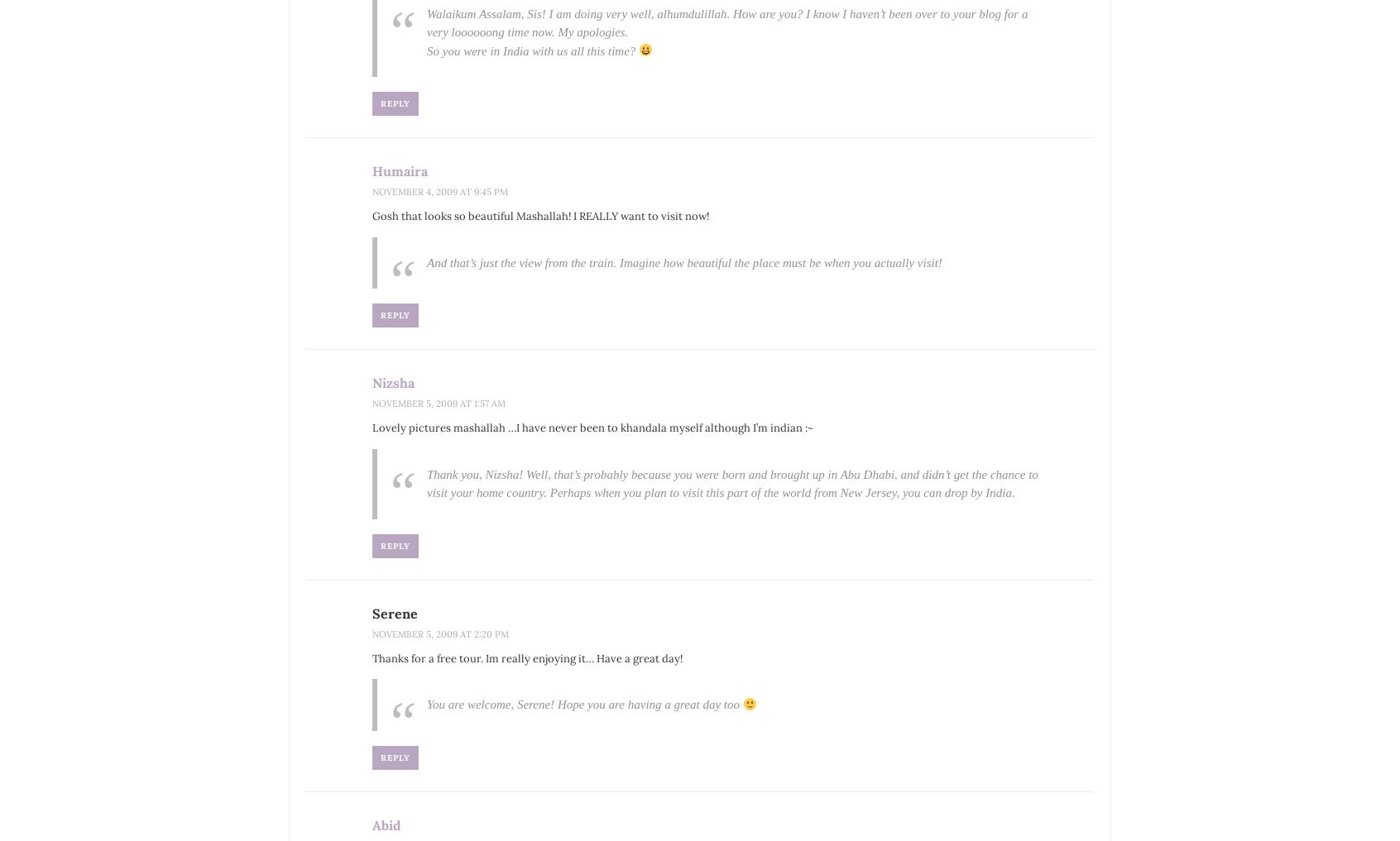 The image size is (1400, 841). Describe the element at coordinates (440, 633) in the screenshot. I see `'November 5, 2009 at 2:20 pm'` at that location.